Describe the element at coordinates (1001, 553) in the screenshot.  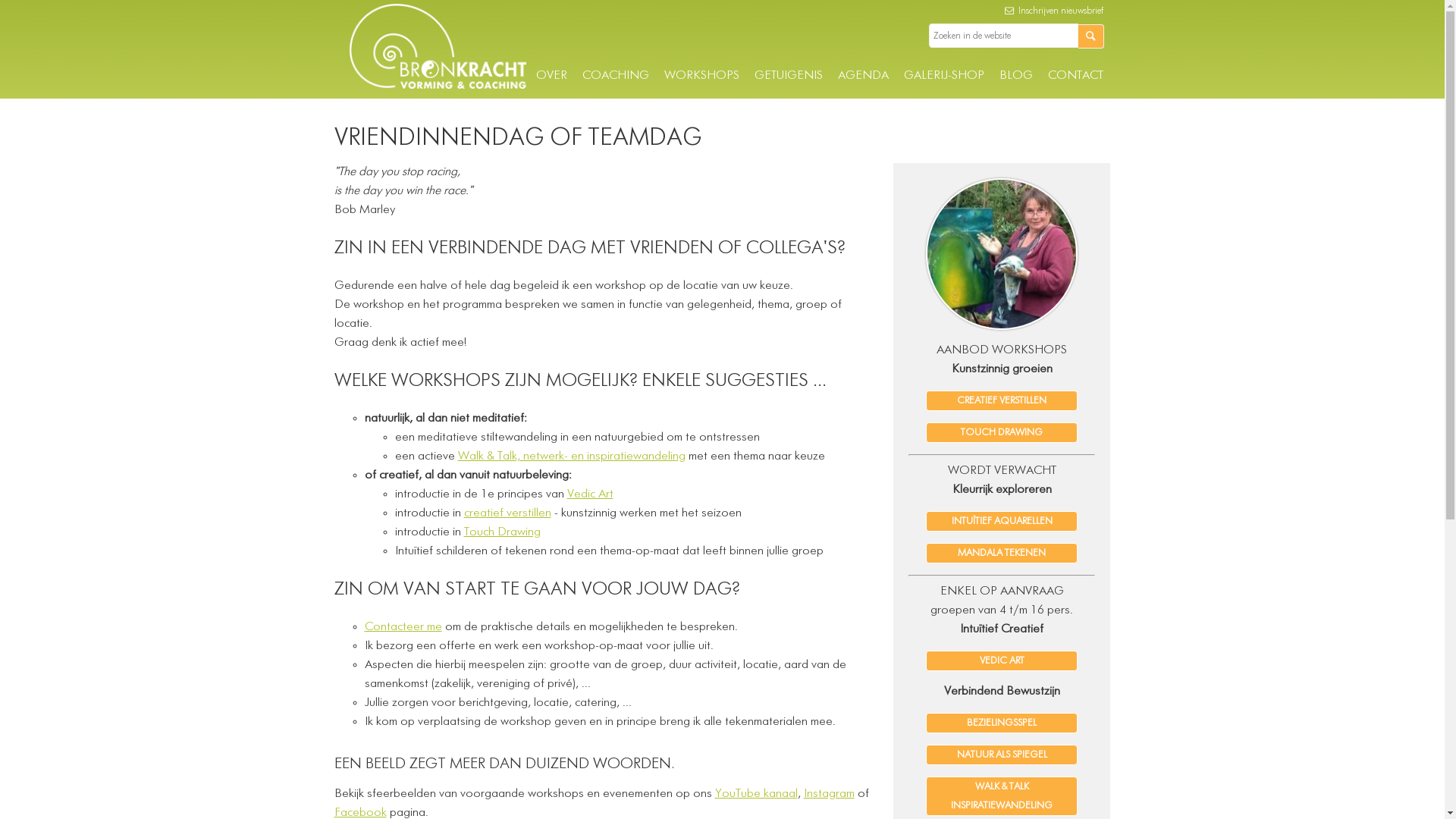
I see `'MANDALA TEKENEN'` at that location.